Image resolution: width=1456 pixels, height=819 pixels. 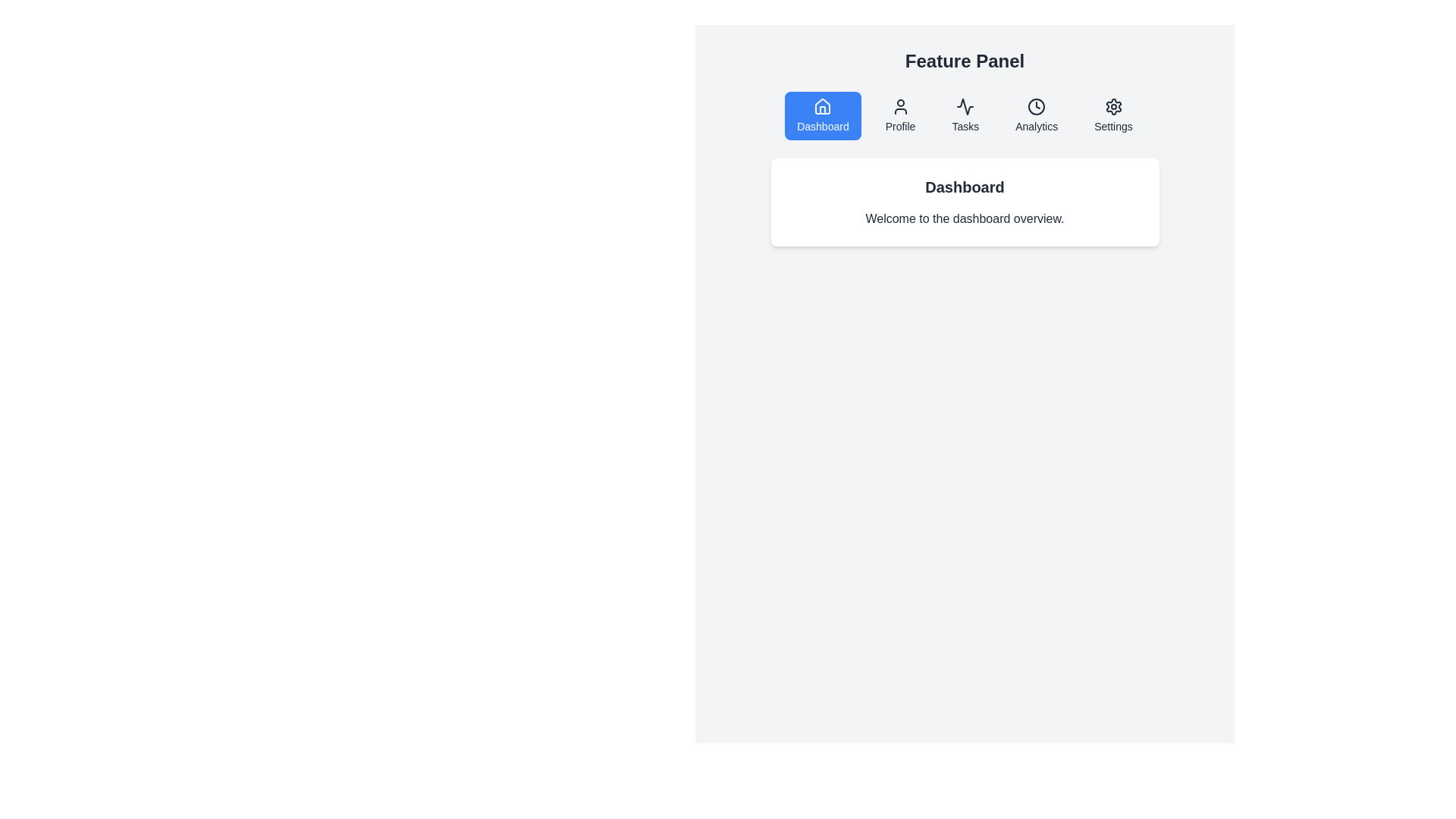 I want to click on the 'Settings' icon located at the top-right corner of the panel, so click(x=1113, y=106).